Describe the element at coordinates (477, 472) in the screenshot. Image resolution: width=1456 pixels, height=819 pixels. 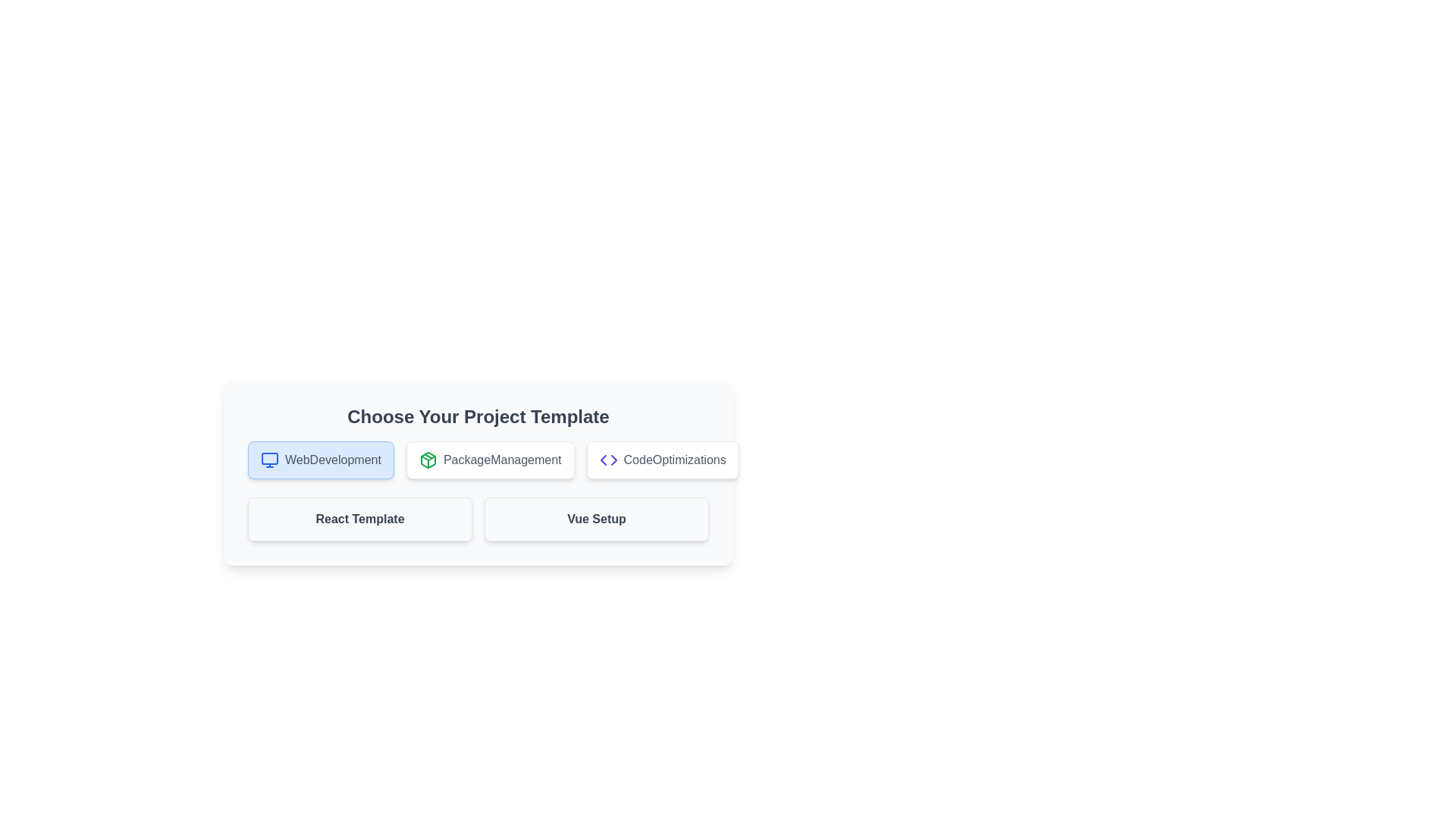
I see `the second button labeled 'PackageManagement' under the header 'Choose Your Project Template'` at that location.